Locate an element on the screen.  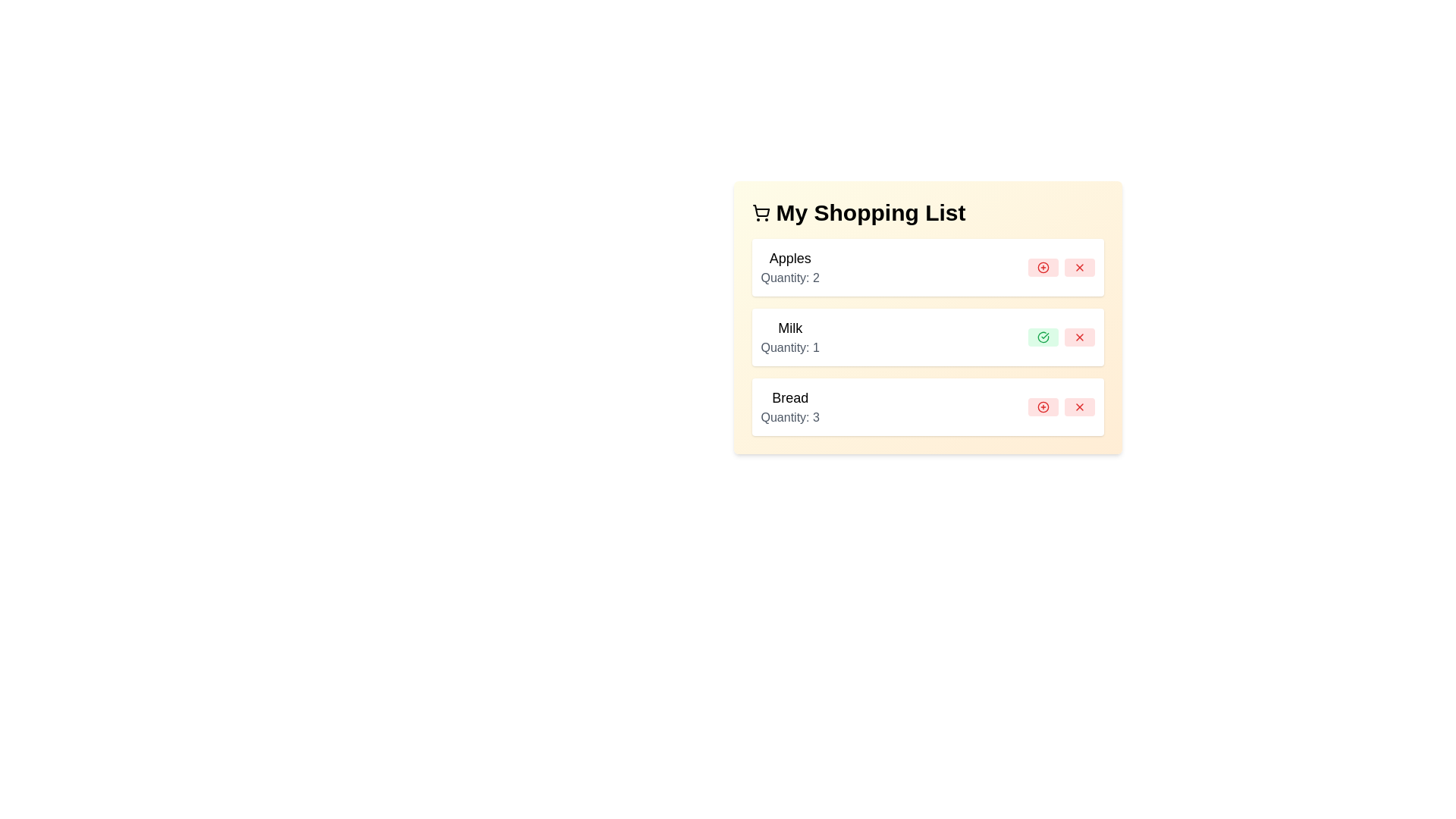
remove button for the item with name Bread is located at coordinates (1078, 406).